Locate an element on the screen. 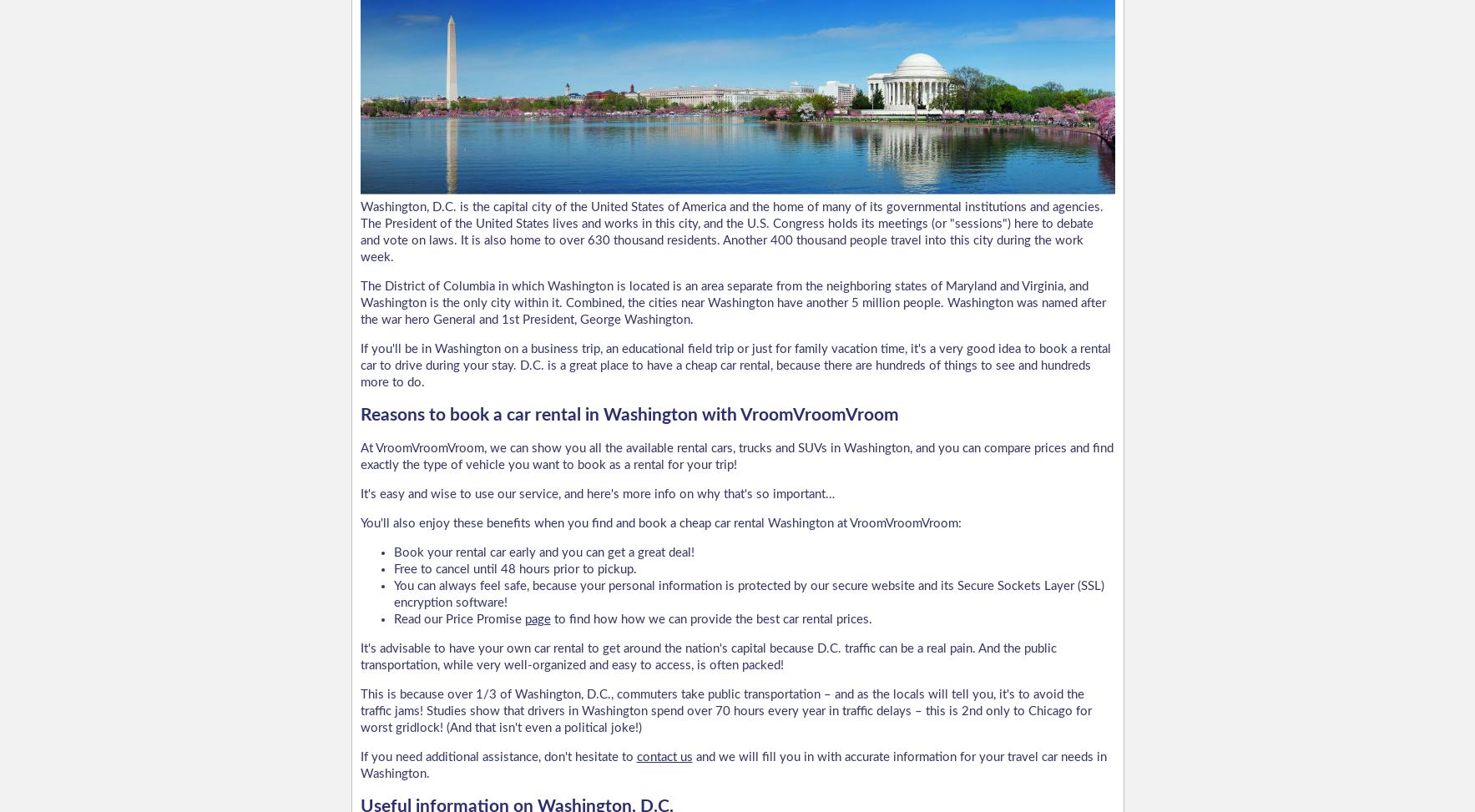 This screenshot has height=812, width=1475. 'The District of Columbia in which Washington is located is an area separate from the neighboring states of Maryland and Virginia, and Washington is the only city within it. Combined, the cities near Washington have another 5 million people. Washington was named after the war hero General and 1st President, George Washington.' is located at coordinates (731, 301).